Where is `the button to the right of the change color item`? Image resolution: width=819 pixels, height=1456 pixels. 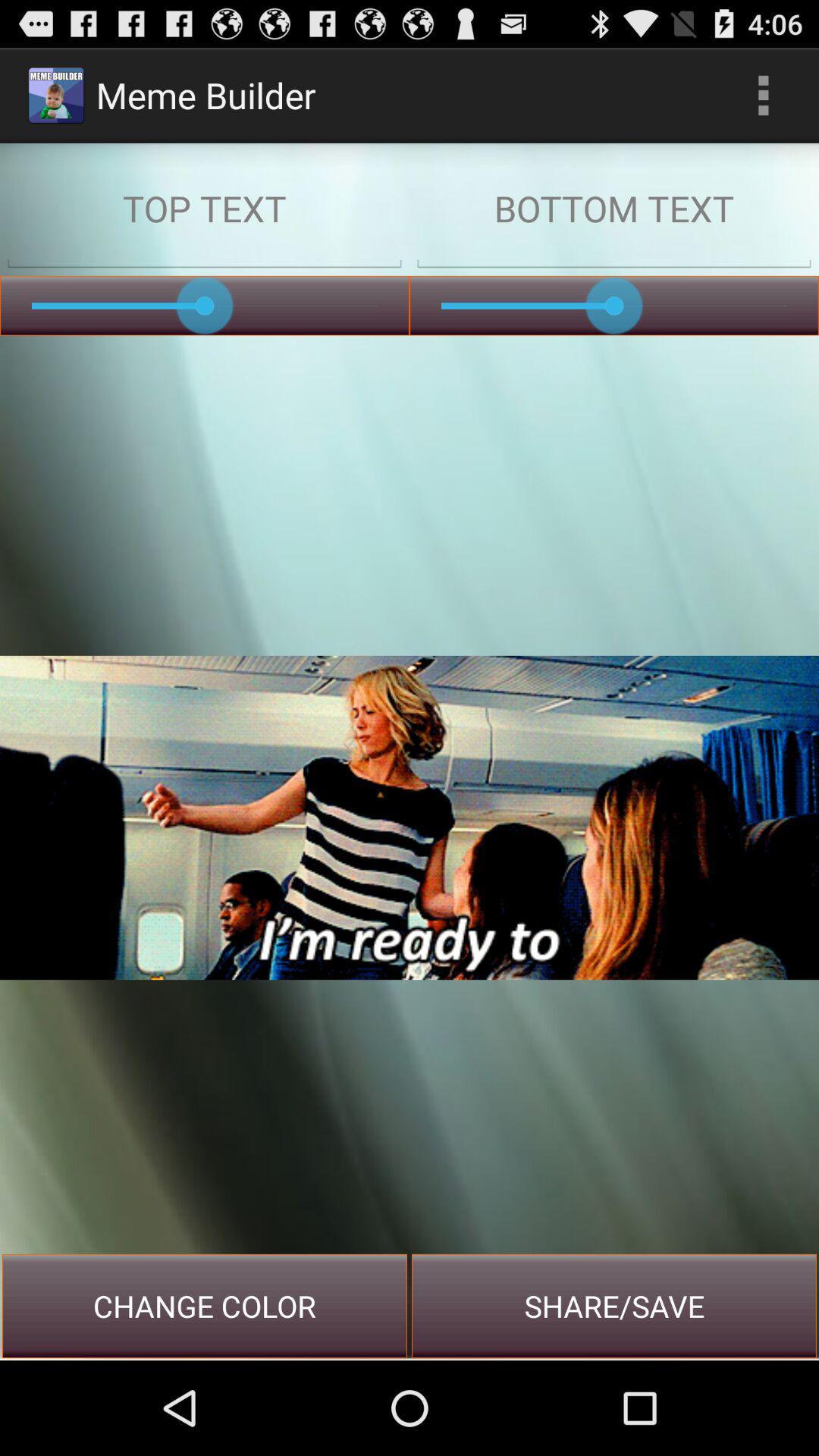
the button to the right of the change color item is located at coordinates (614, 1305).